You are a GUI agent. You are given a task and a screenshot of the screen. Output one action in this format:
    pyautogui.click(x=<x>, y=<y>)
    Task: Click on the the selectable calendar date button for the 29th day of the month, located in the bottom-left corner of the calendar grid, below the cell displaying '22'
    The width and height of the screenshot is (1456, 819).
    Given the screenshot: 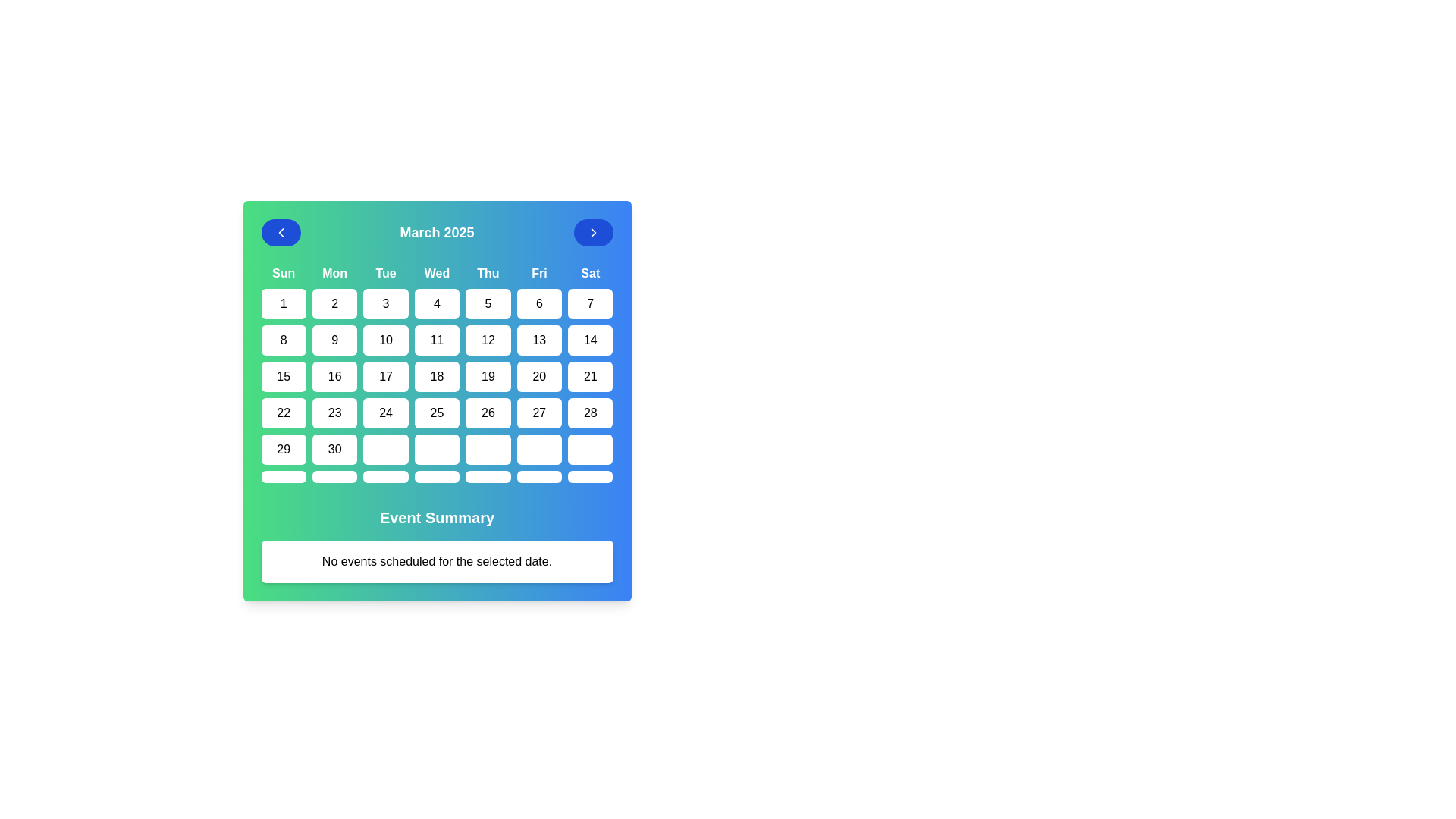 What is the action you would take?
    pyautogui.click(x=284, y=449)
    